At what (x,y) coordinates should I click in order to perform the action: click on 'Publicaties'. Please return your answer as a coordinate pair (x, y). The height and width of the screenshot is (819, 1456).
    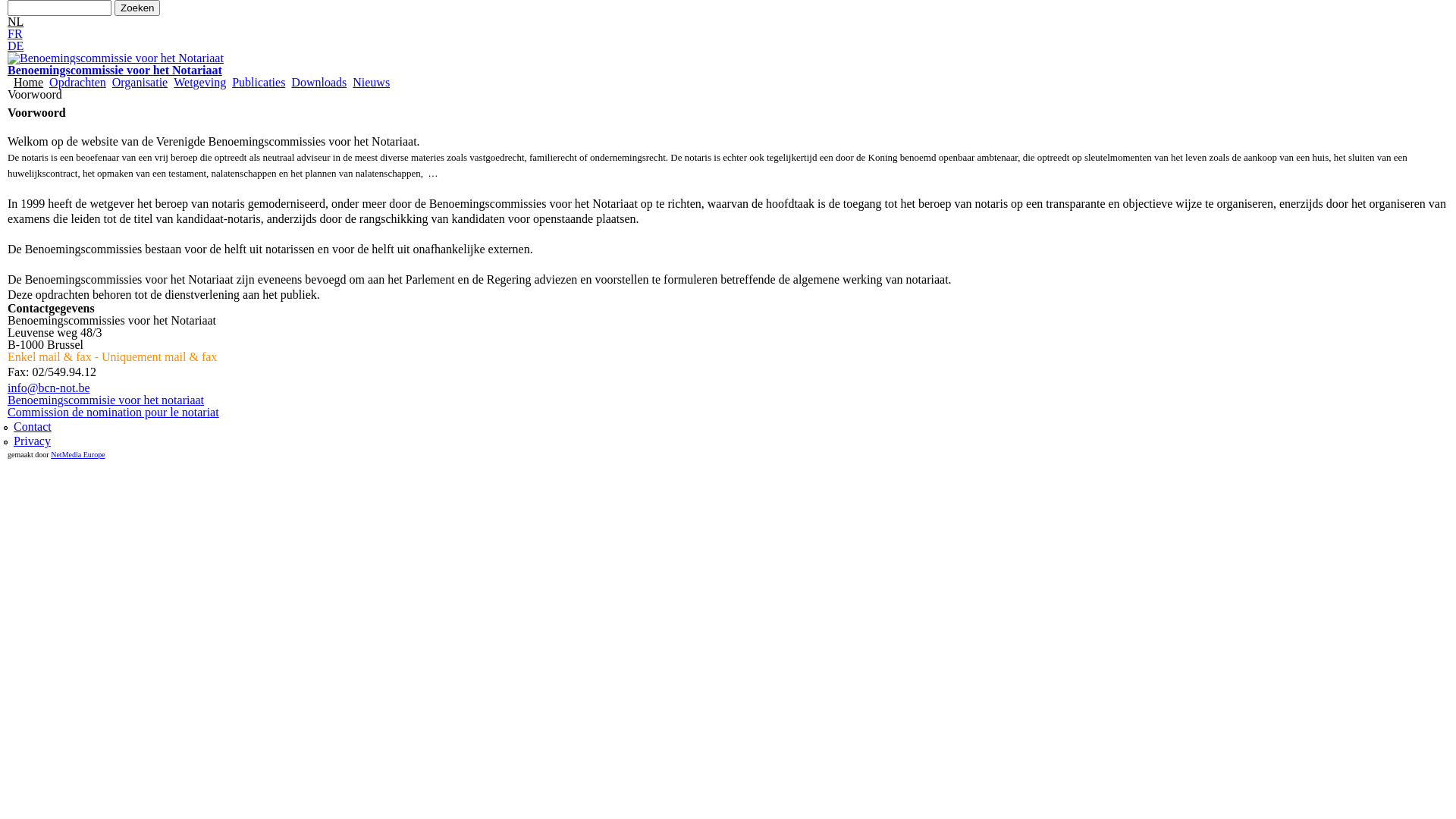
    Looking at the image, I should click on (258, 82).